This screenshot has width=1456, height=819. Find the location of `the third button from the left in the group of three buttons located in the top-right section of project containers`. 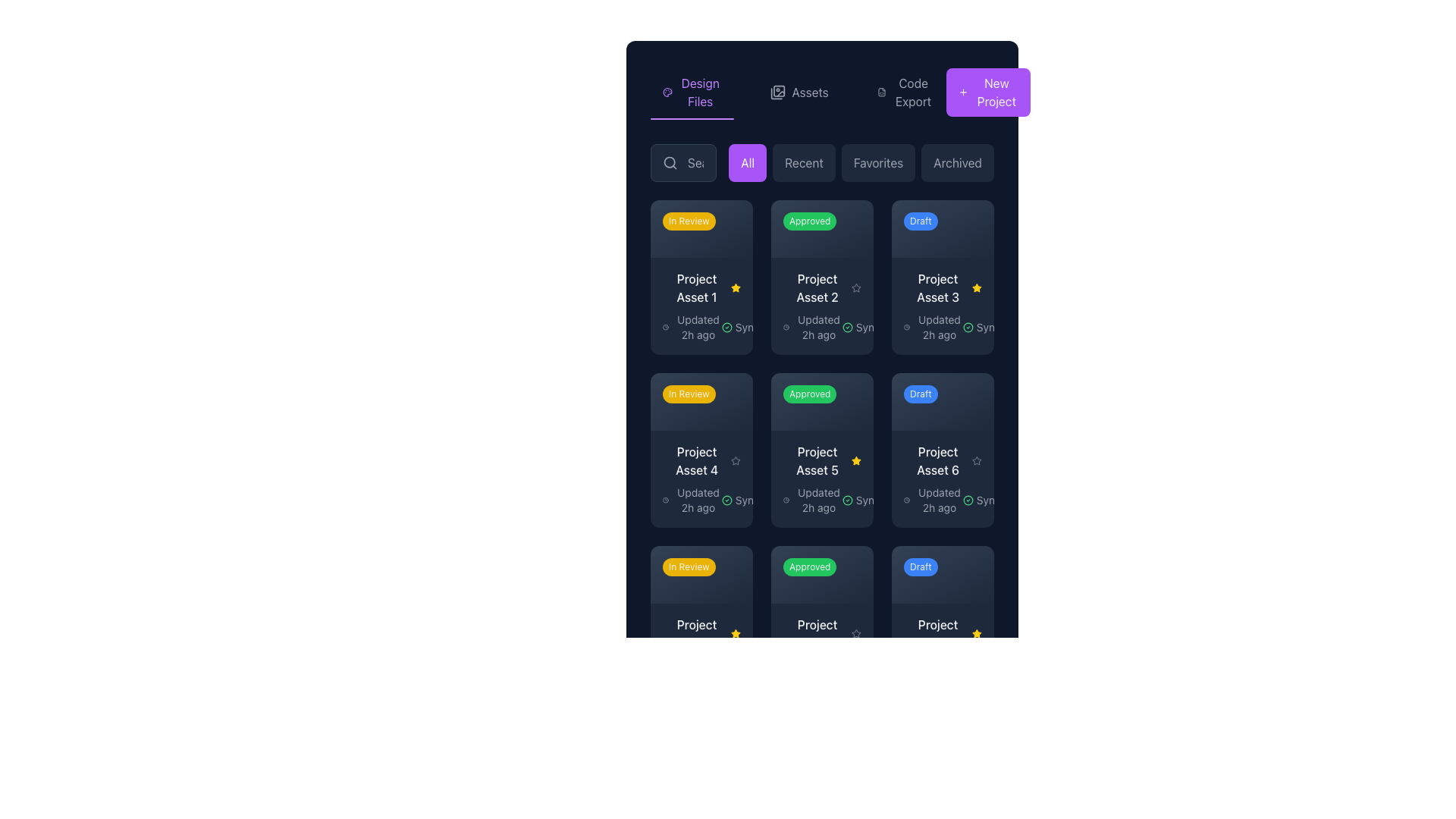

the third button from the left in the group of three buttons located in the top-right section of project containers is located at coordinates (968, 224).